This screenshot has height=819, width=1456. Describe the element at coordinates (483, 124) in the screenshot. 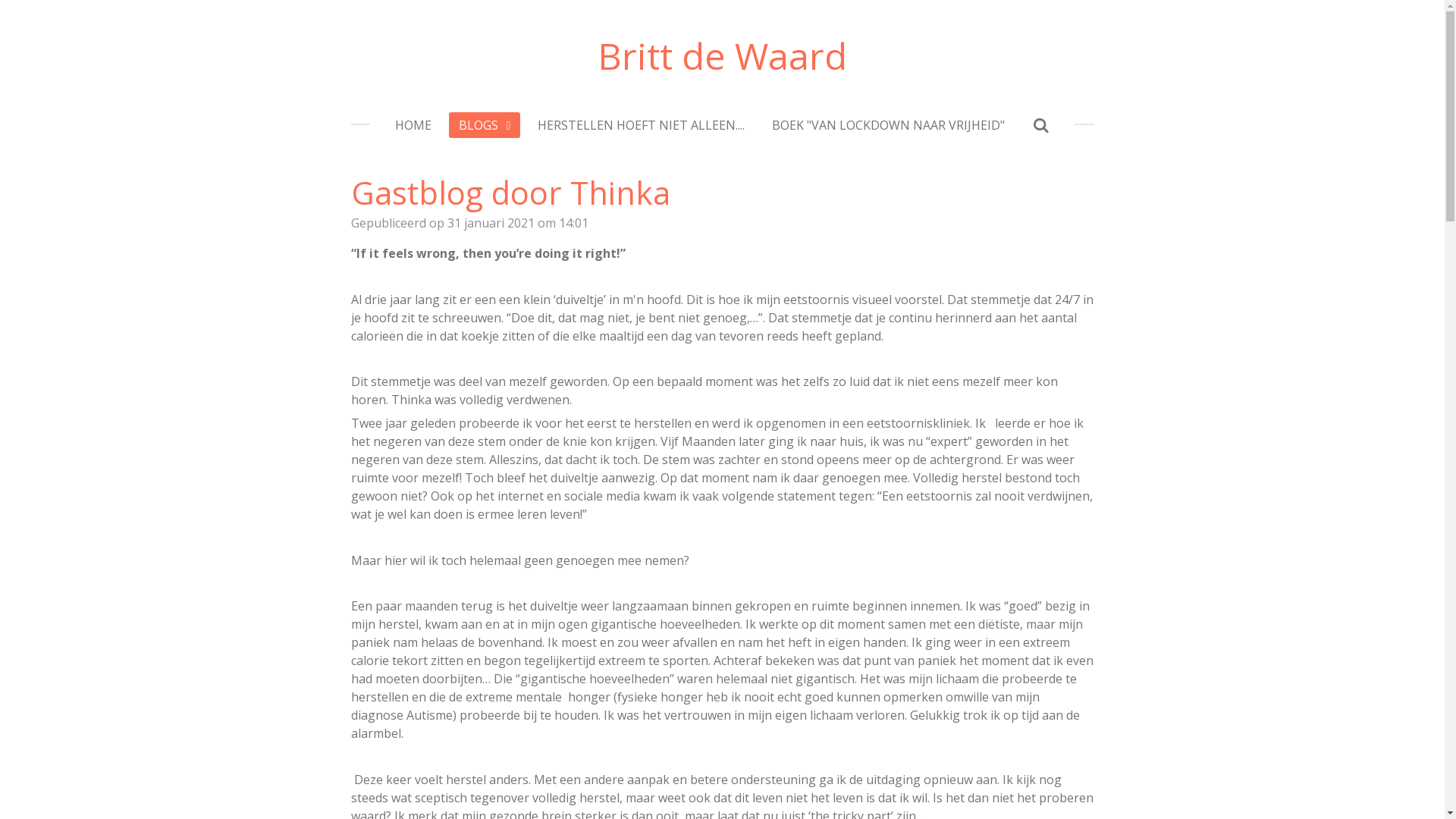

I see `'BLOGS'` at that location.